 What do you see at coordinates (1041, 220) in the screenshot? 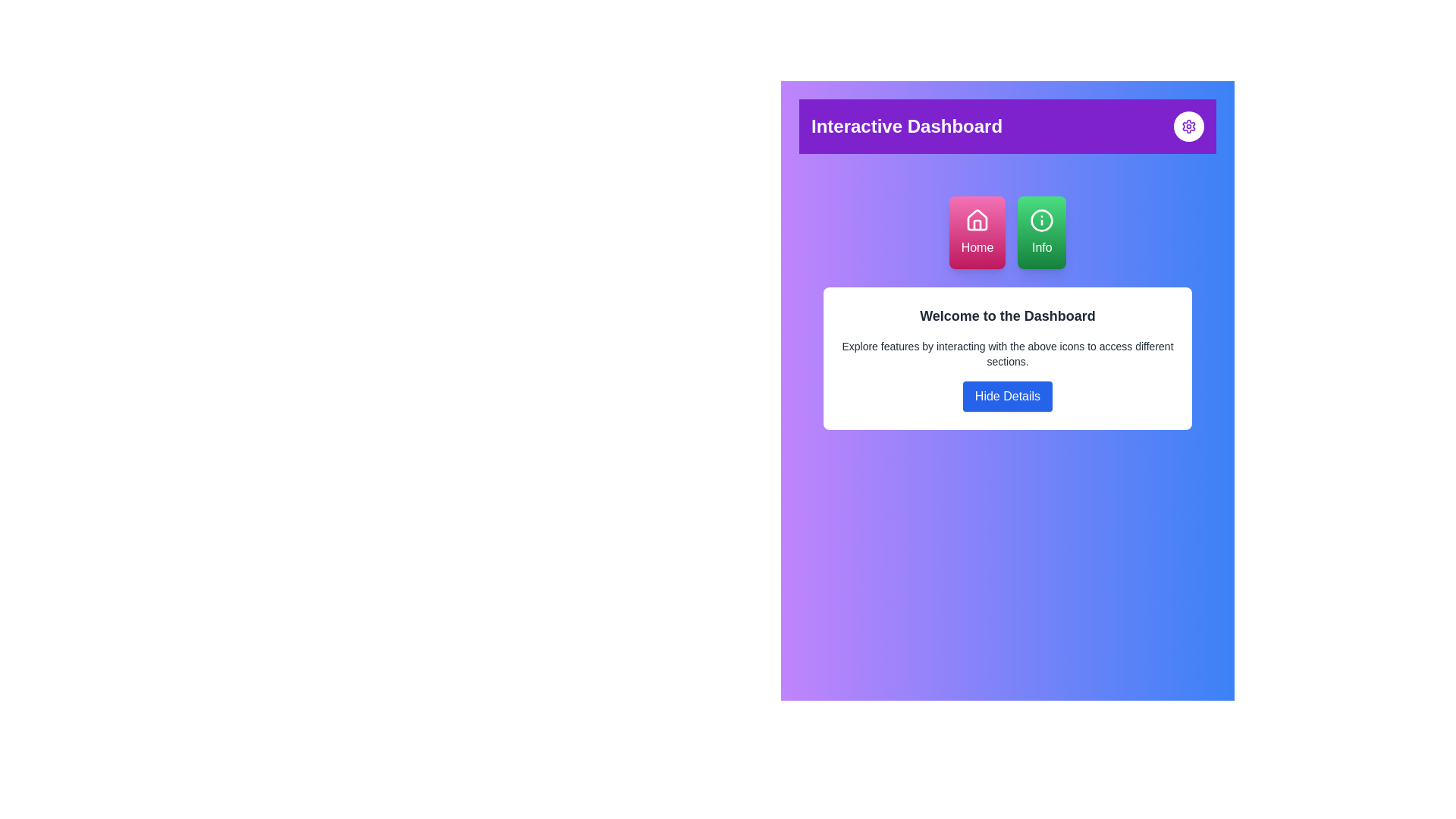
I see `the 'Info' button, which is located to the right of the 'Home' button in the central section of the dashboard` at bounding box center [1041, 220].